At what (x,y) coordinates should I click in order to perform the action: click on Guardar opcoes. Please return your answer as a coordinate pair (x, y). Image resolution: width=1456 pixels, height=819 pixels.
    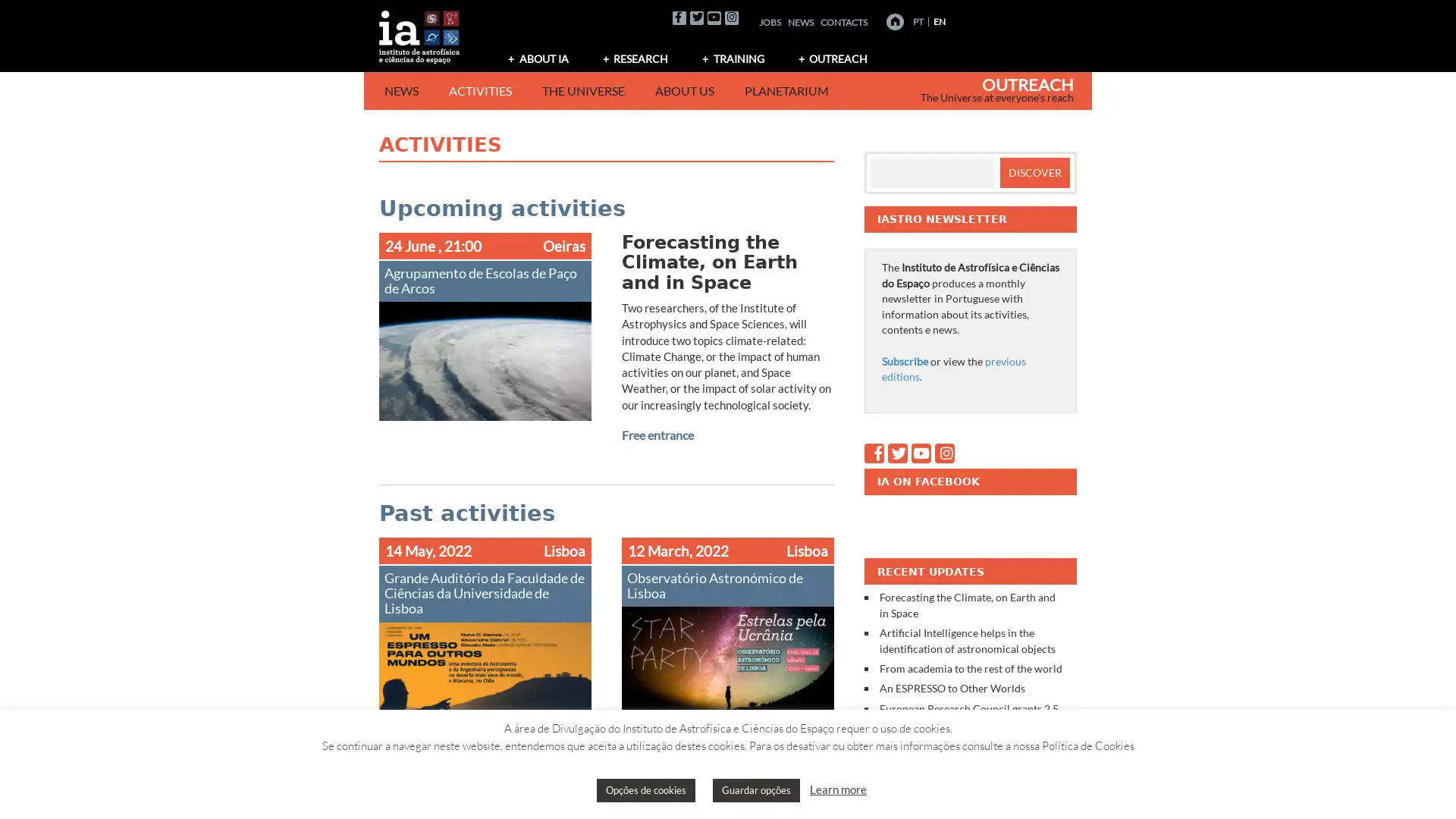
    Looking at the image, I should click on (756, 789).